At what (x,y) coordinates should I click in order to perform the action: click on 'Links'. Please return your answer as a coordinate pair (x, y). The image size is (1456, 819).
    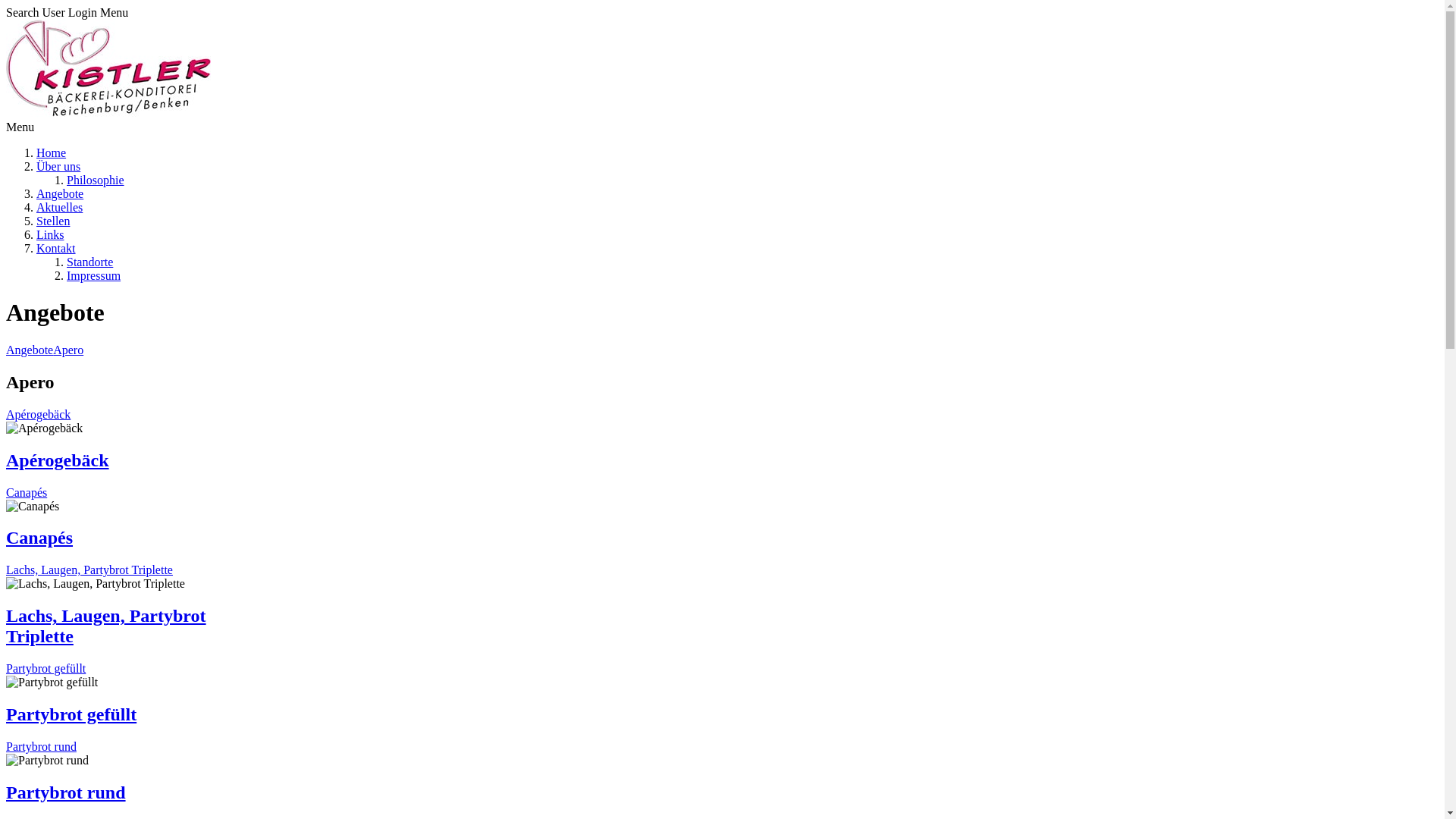
    Looking at the image, I should click on (50, 234).